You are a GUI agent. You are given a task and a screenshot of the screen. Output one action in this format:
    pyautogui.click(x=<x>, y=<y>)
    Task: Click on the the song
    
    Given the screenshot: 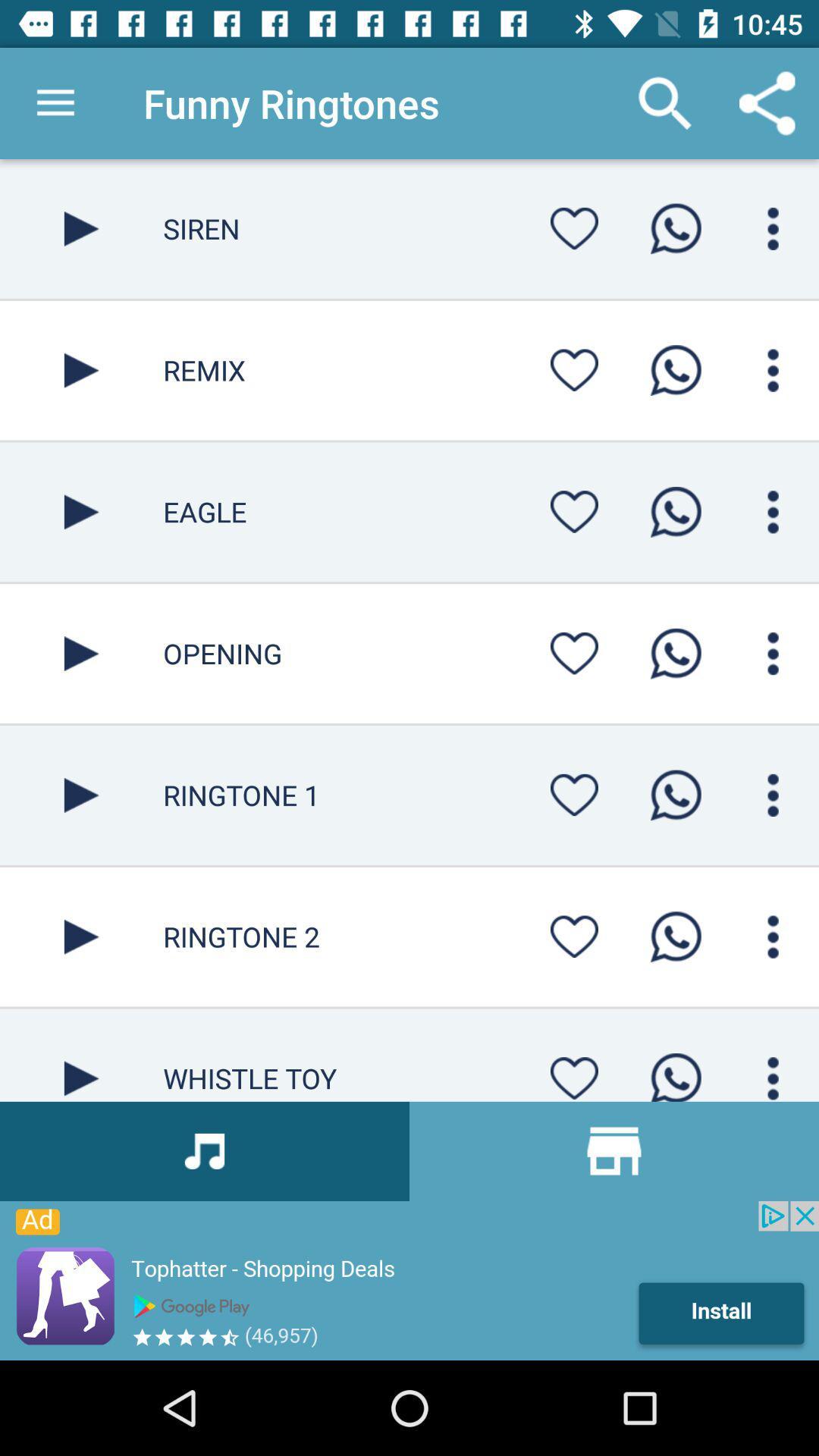 What is the action you would take?
    pyautogui.click(x=81, y=370)
    